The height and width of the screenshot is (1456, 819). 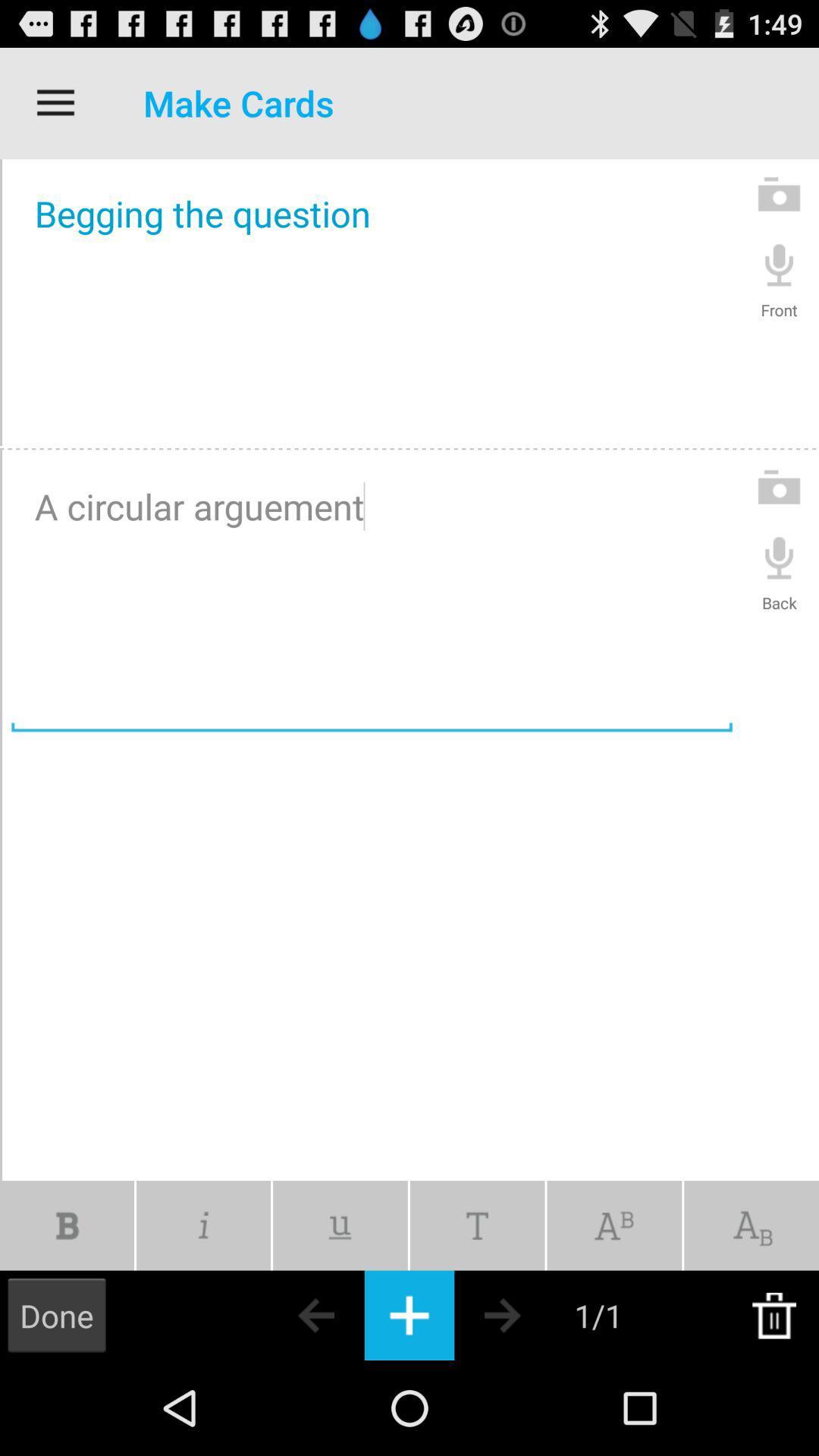 What do you see at coordinates (529, 1314) in the screenshot?
I see `go forward` at bounding box center [529, 1314].